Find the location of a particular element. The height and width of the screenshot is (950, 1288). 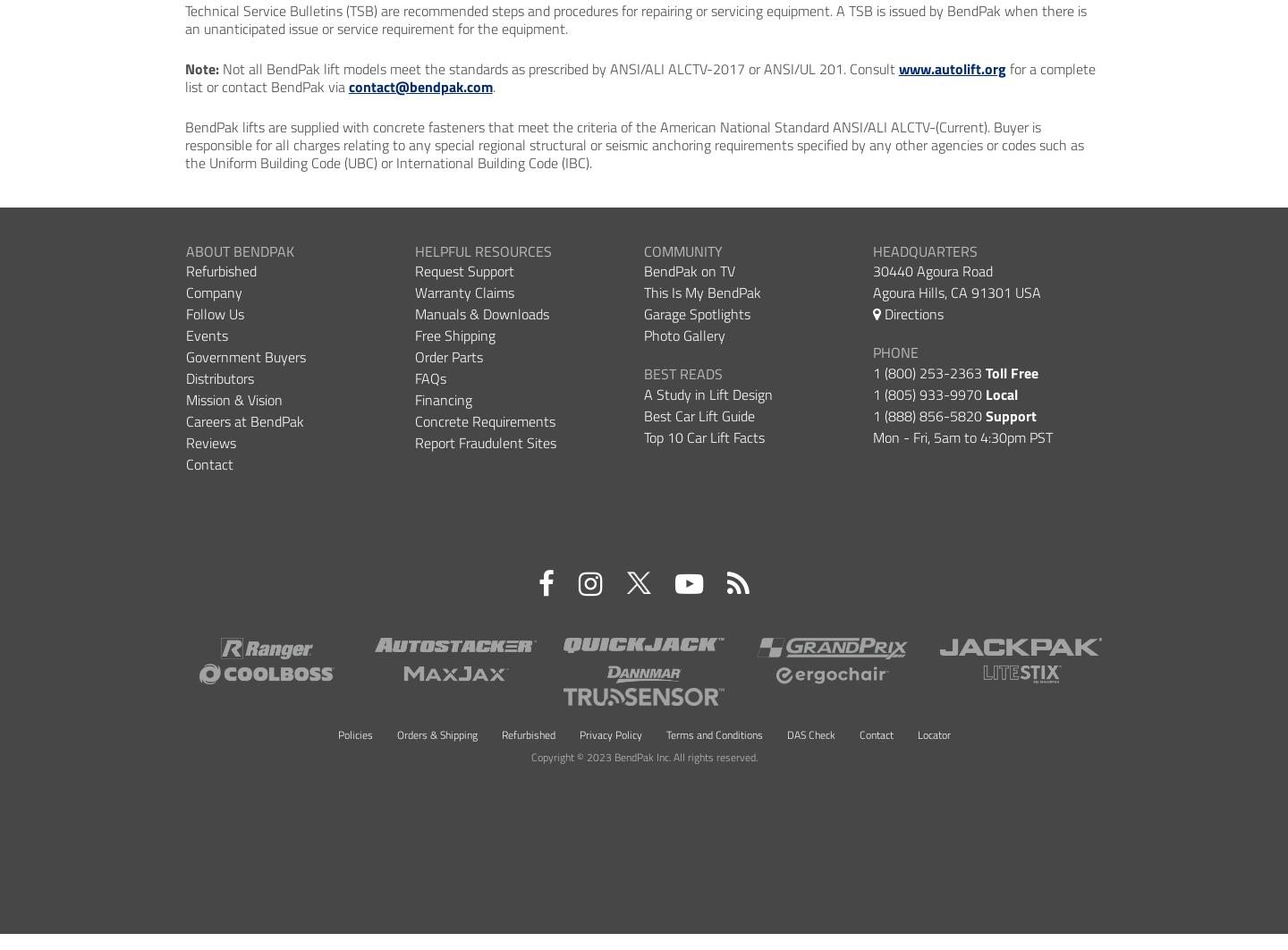

'DAS Check' is located at coordinates (810, 733).